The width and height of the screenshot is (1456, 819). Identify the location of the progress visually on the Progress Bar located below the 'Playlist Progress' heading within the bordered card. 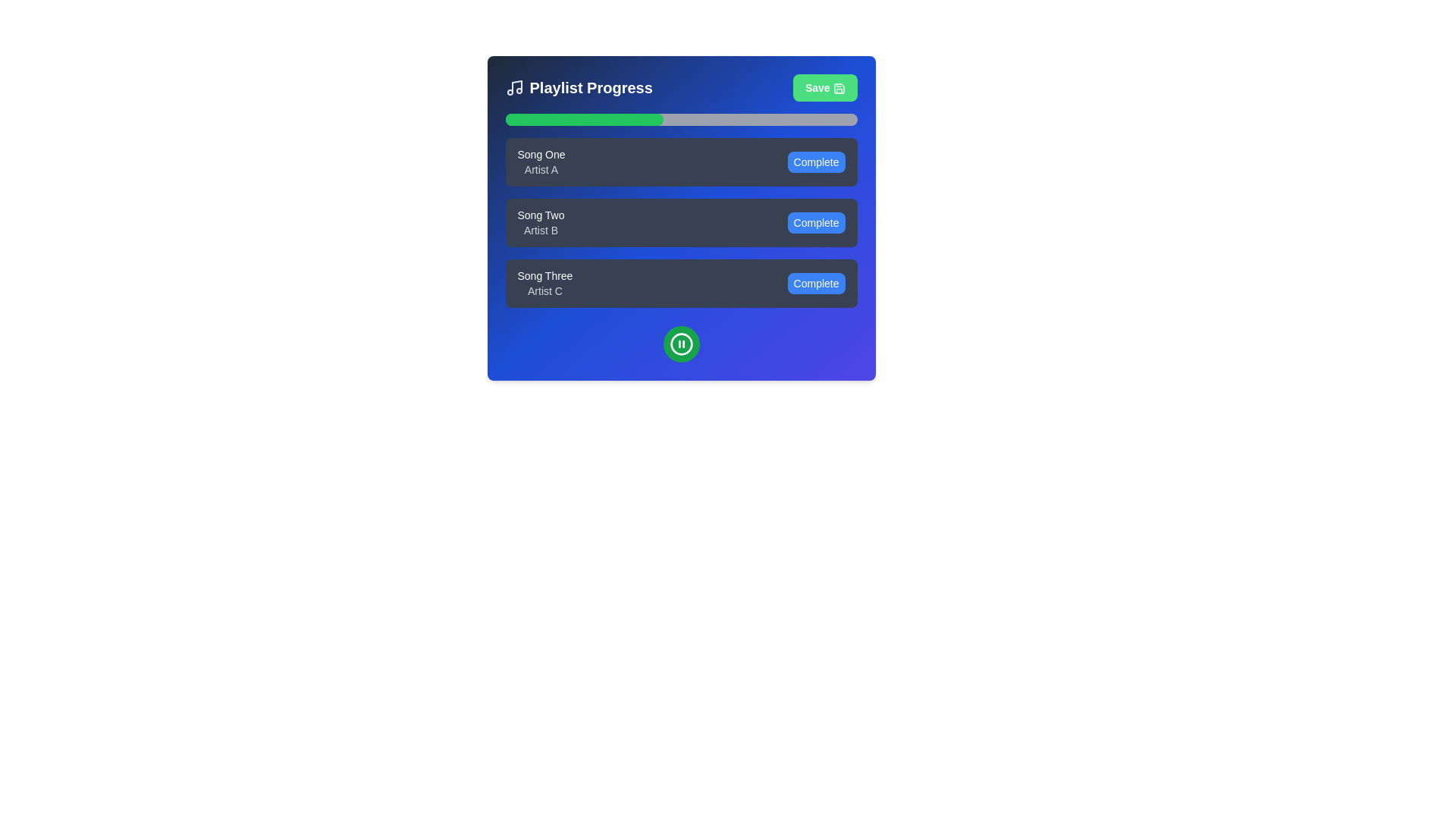
(680, 119).